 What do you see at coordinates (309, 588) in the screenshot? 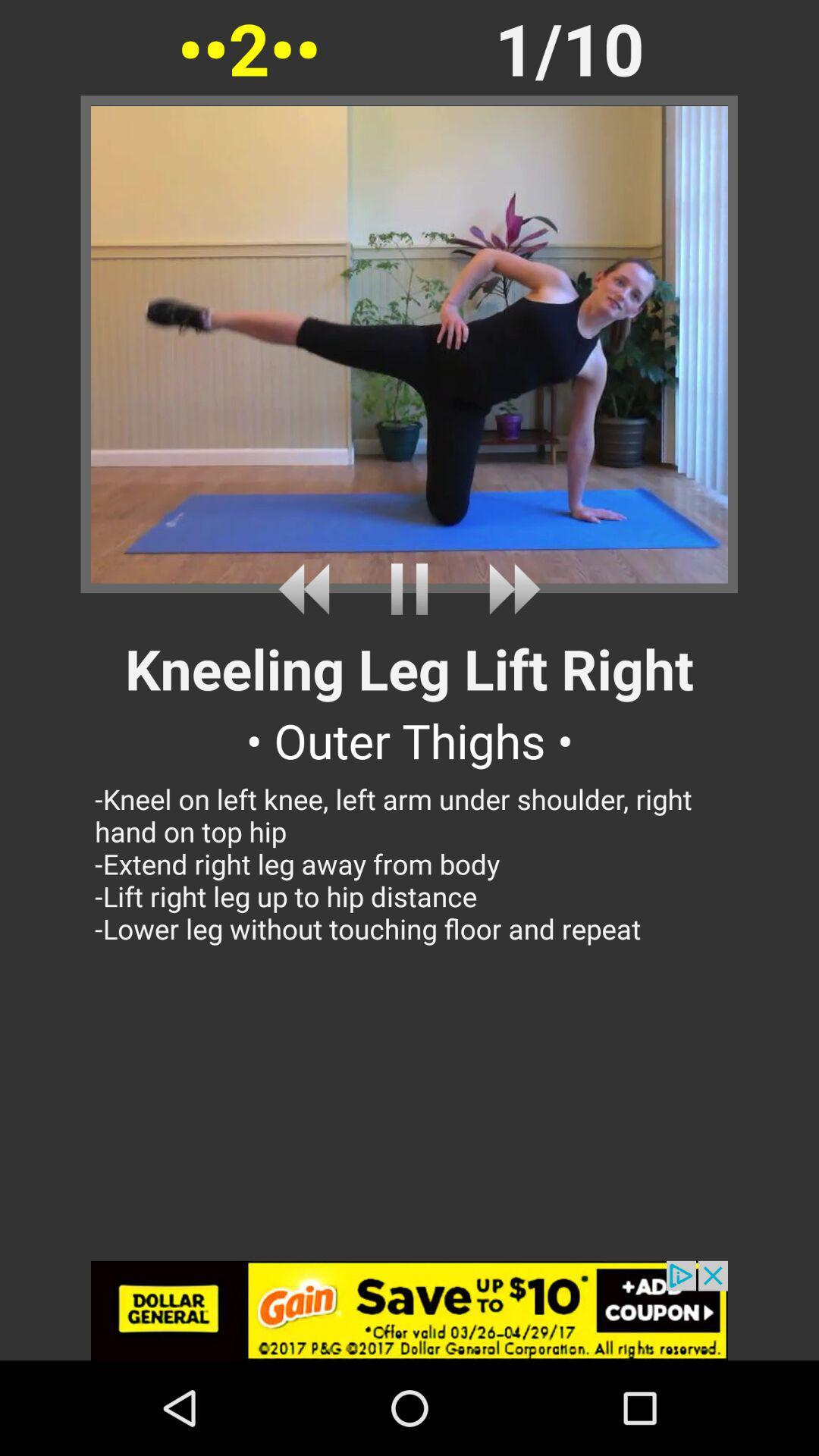
I see `backward` at bounding box center [309, 588].